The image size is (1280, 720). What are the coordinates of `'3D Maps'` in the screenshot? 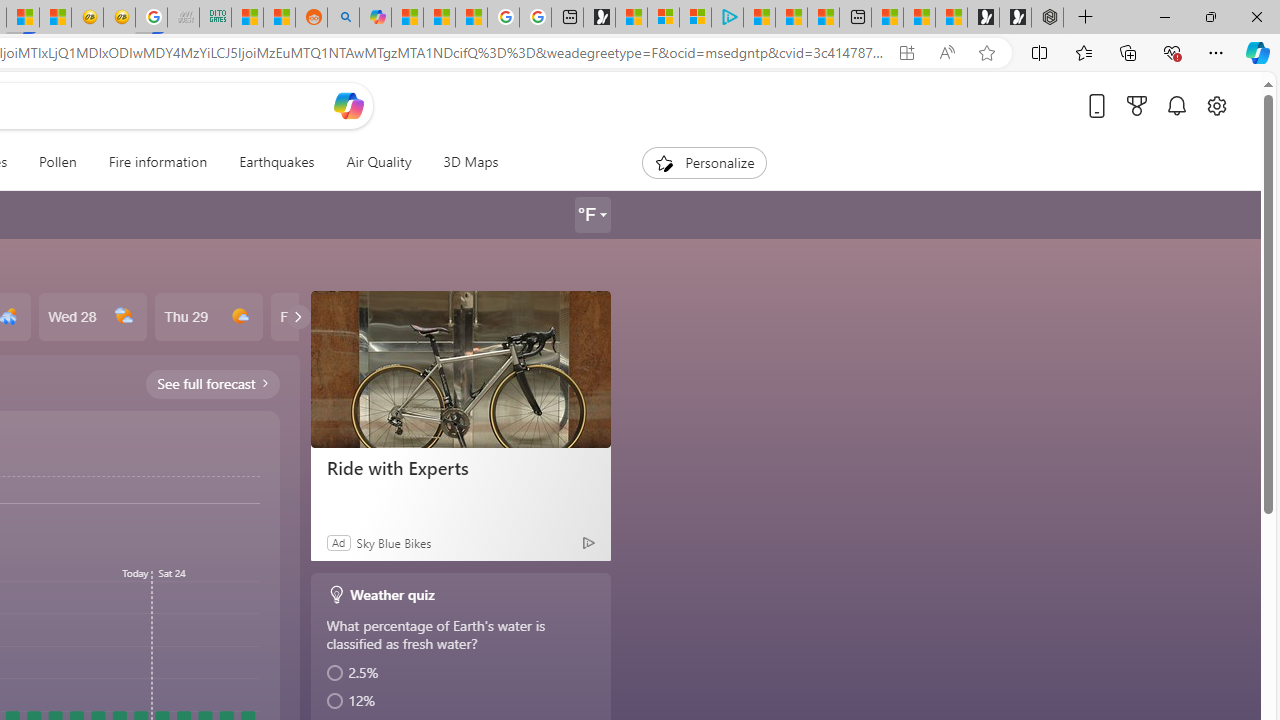 It's located at (470, 162).